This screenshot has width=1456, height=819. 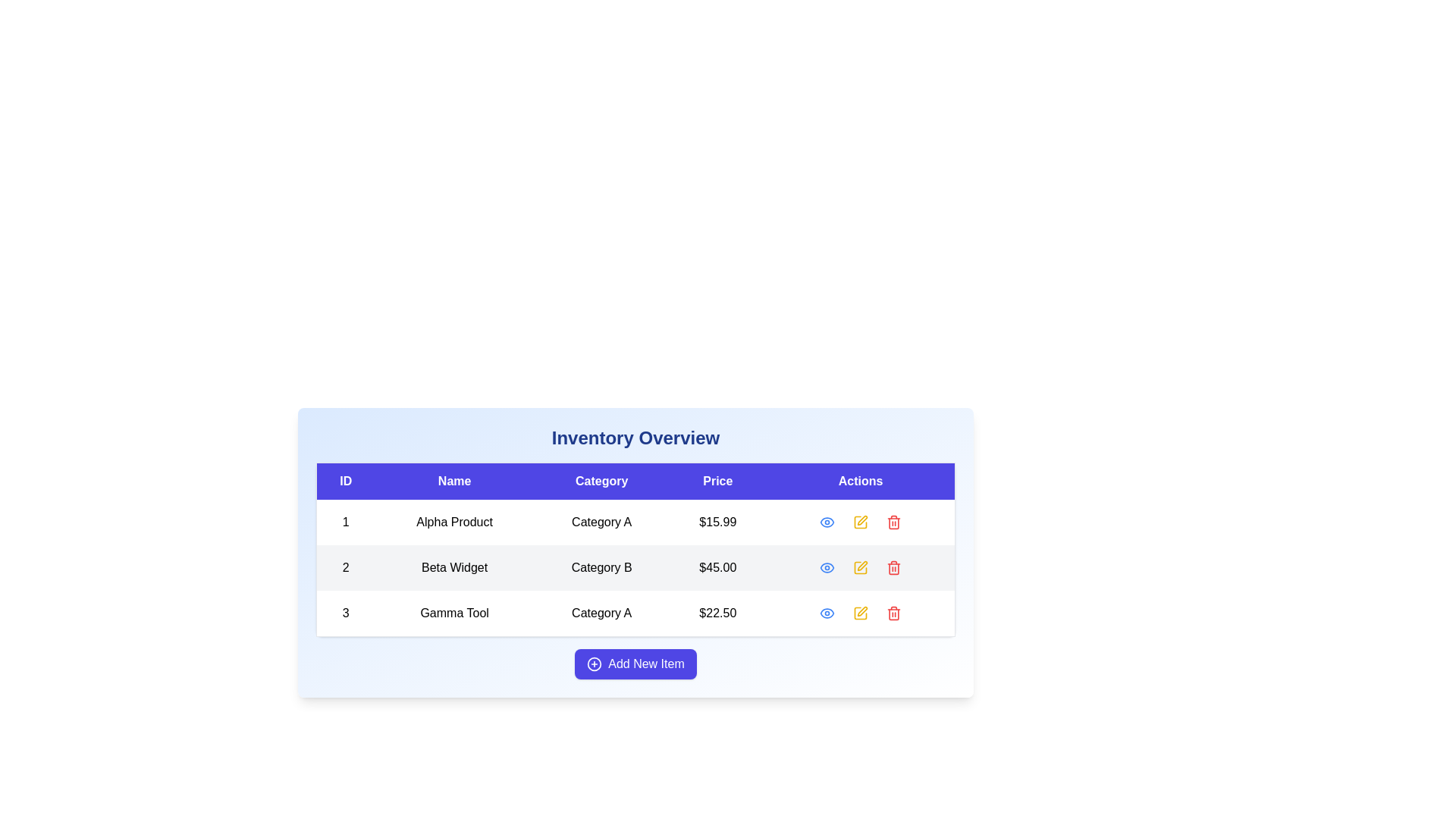 What do you see at coordinates (826, 613) in the screenshot?
I see `the eye-shaped icon with a blue outline in the 'Actions' column of the third row, related to the 'Gamma Tool'` at bounding box center [826, 613].